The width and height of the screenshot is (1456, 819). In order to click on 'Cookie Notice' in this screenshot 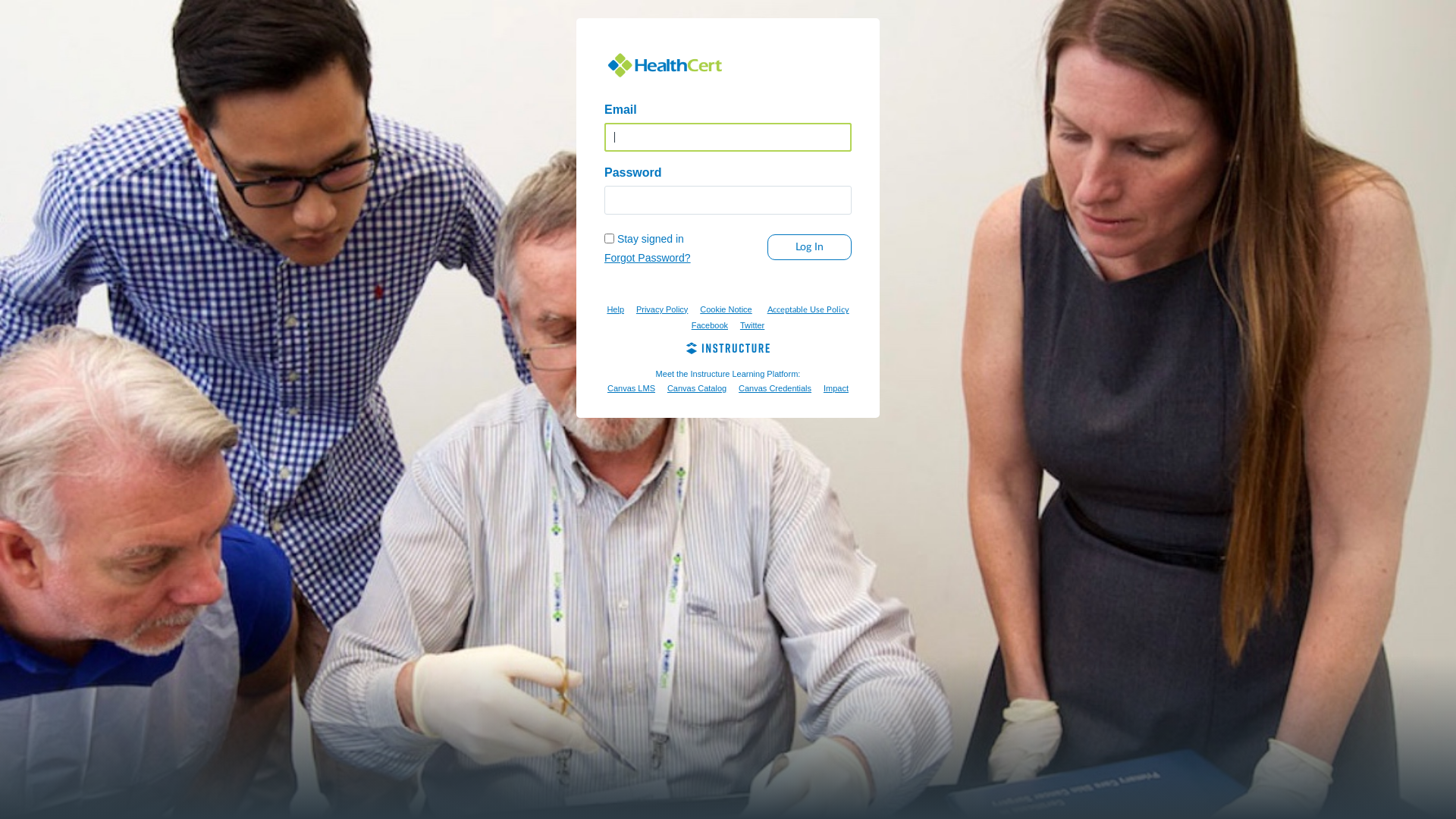, I will do `click(724, 309)`.